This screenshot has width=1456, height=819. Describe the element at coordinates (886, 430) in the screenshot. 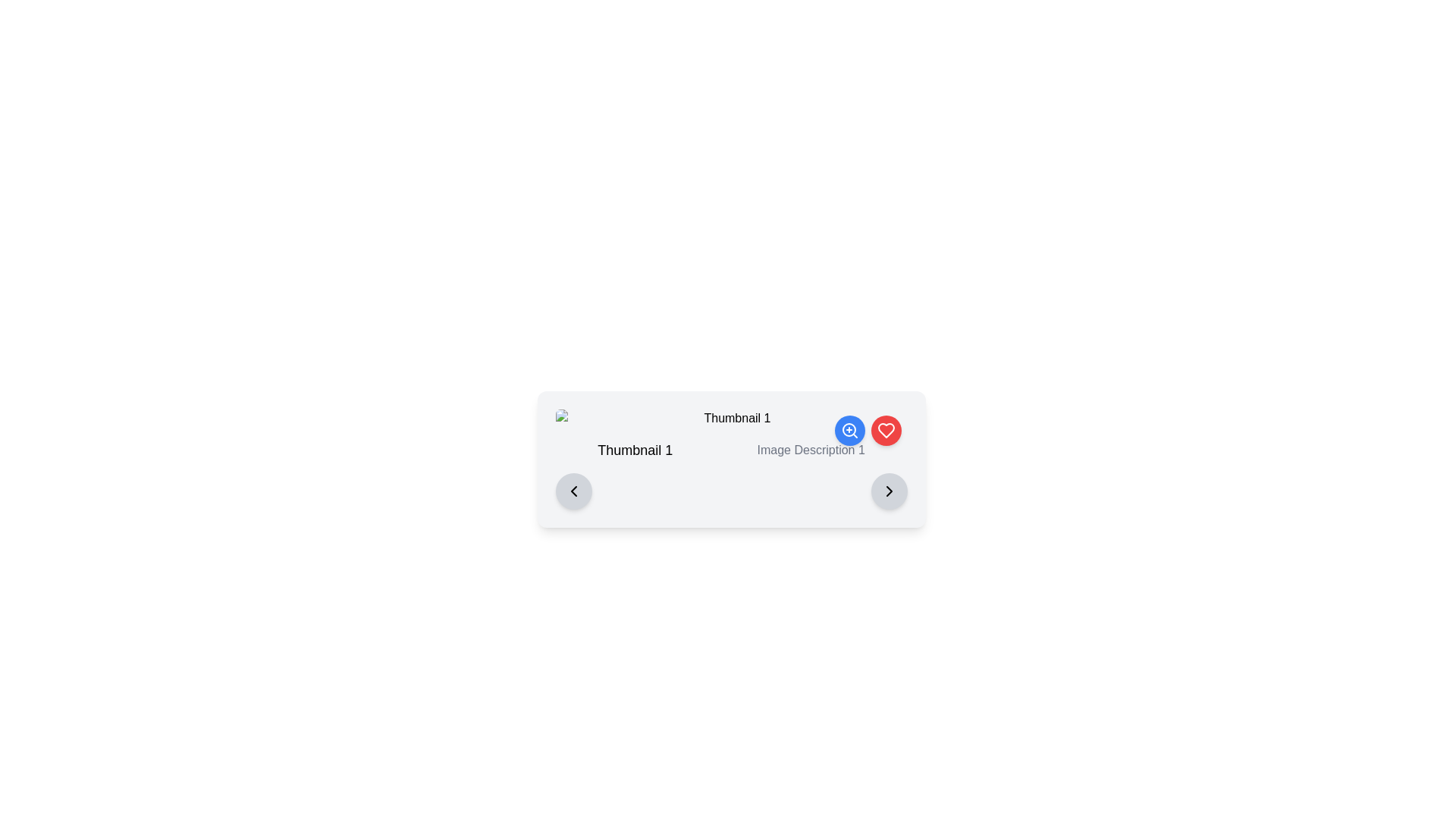

I see `the red heart-shaped icon button with a white border in the upper-right corner` at that location.